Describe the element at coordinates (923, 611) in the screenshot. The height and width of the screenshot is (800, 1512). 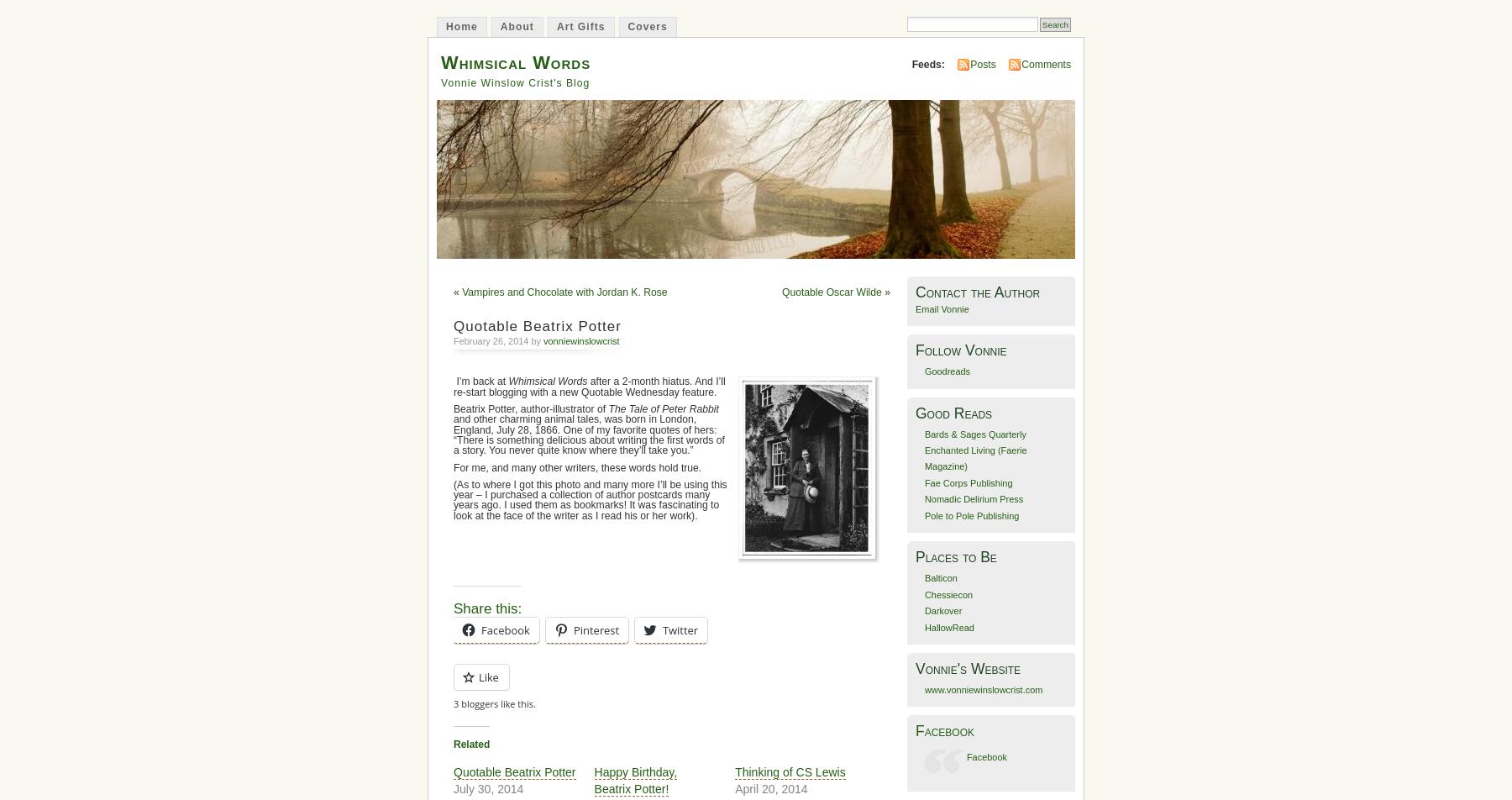
I see `'Darkover'` at that location.